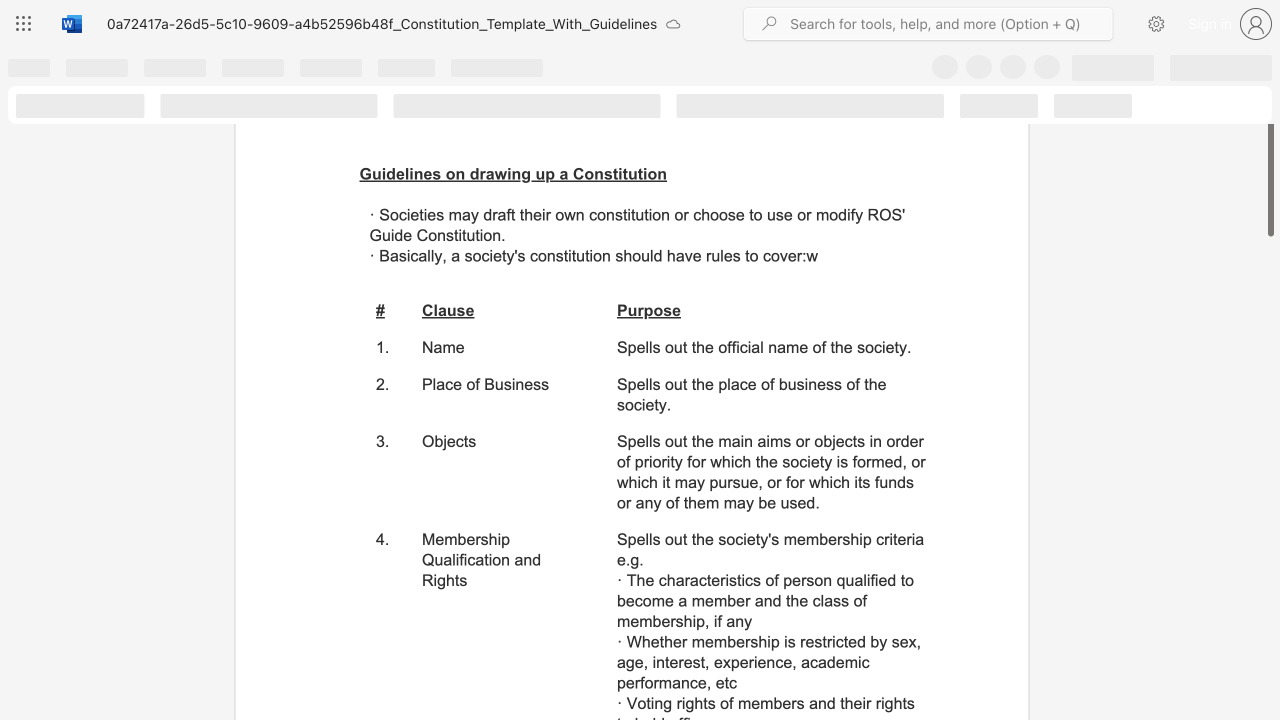 The image size is (1280, 720). I want to click on the subset text "ociety" within the text "society", so click(471, 255).